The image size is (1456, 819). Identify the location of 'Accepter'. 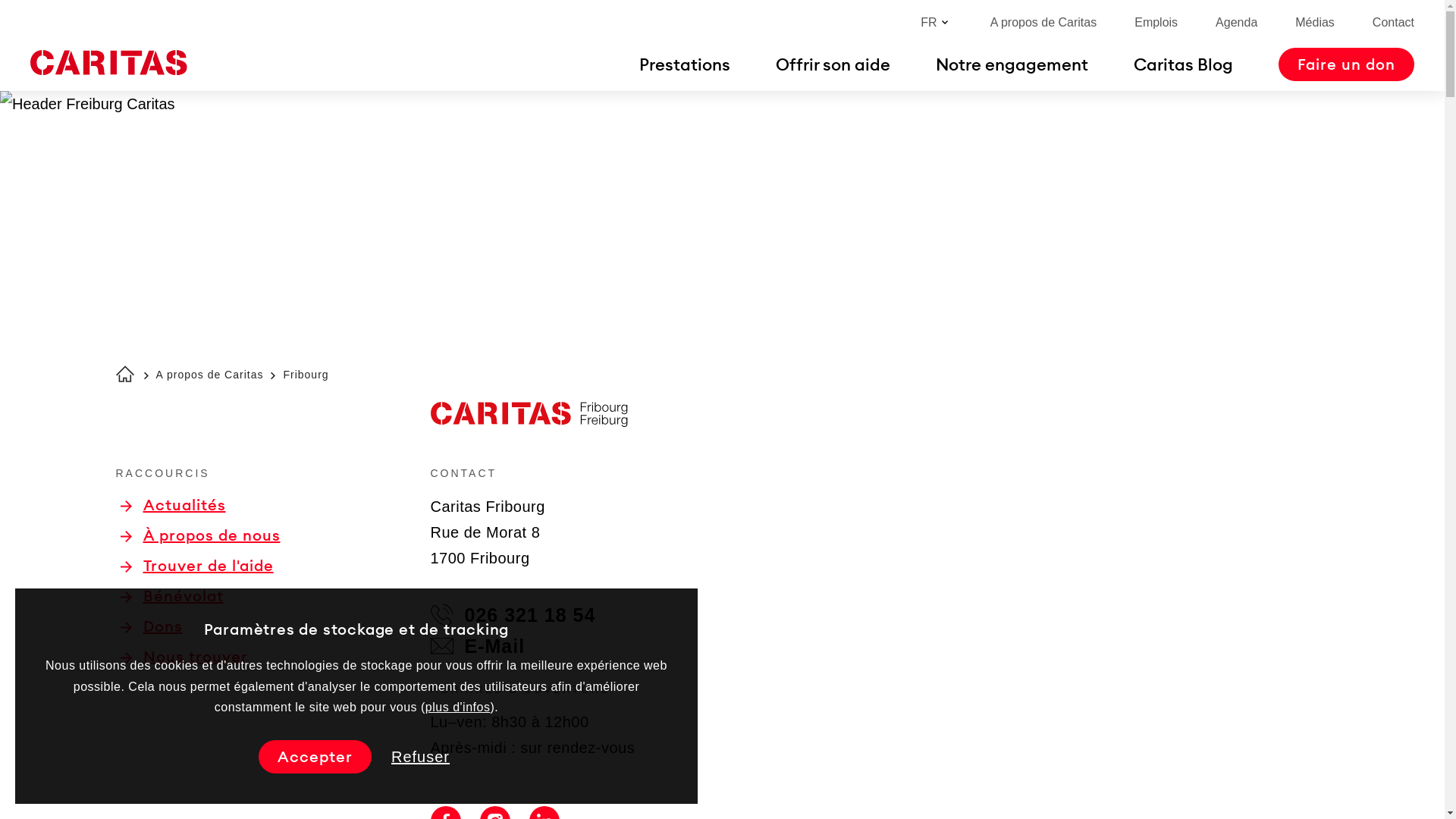
(314, 757).